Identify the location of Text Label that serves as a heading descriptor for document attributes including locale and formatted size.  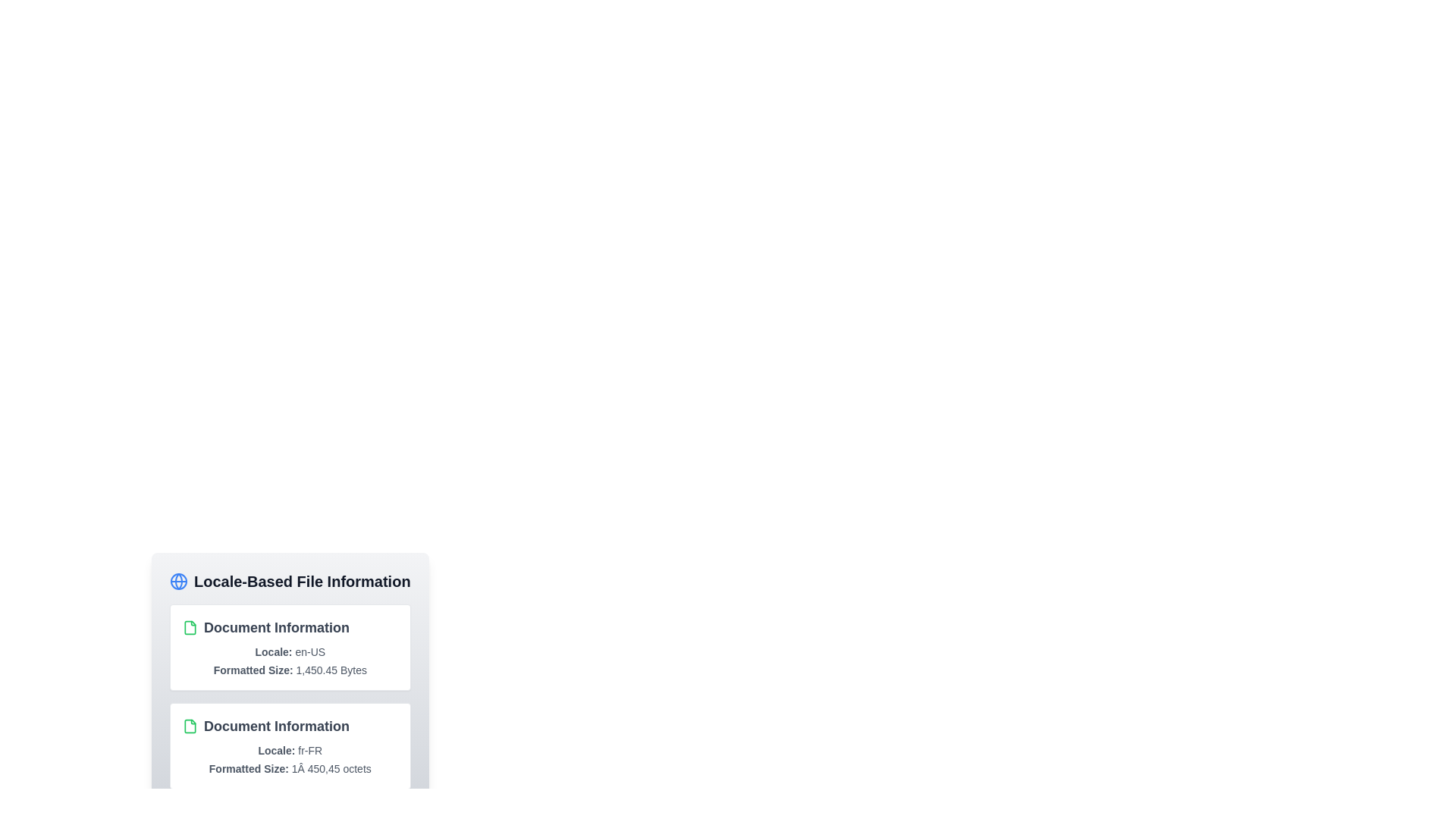
(290, 628).